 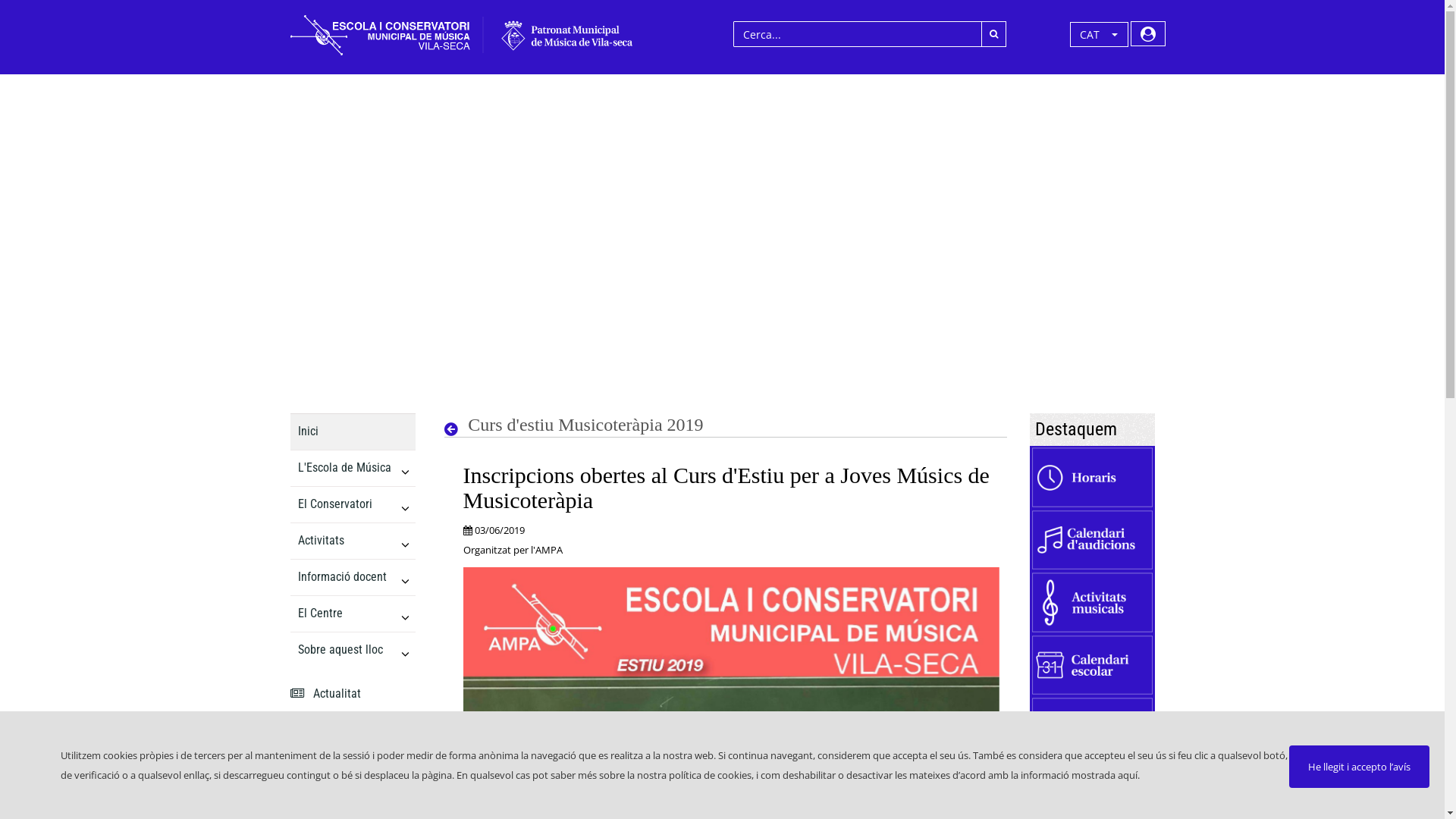 What do you see at coordinates (341, 693) in the screenshot?
I see `'    Actualitat'` at bounding box center [341, 693].